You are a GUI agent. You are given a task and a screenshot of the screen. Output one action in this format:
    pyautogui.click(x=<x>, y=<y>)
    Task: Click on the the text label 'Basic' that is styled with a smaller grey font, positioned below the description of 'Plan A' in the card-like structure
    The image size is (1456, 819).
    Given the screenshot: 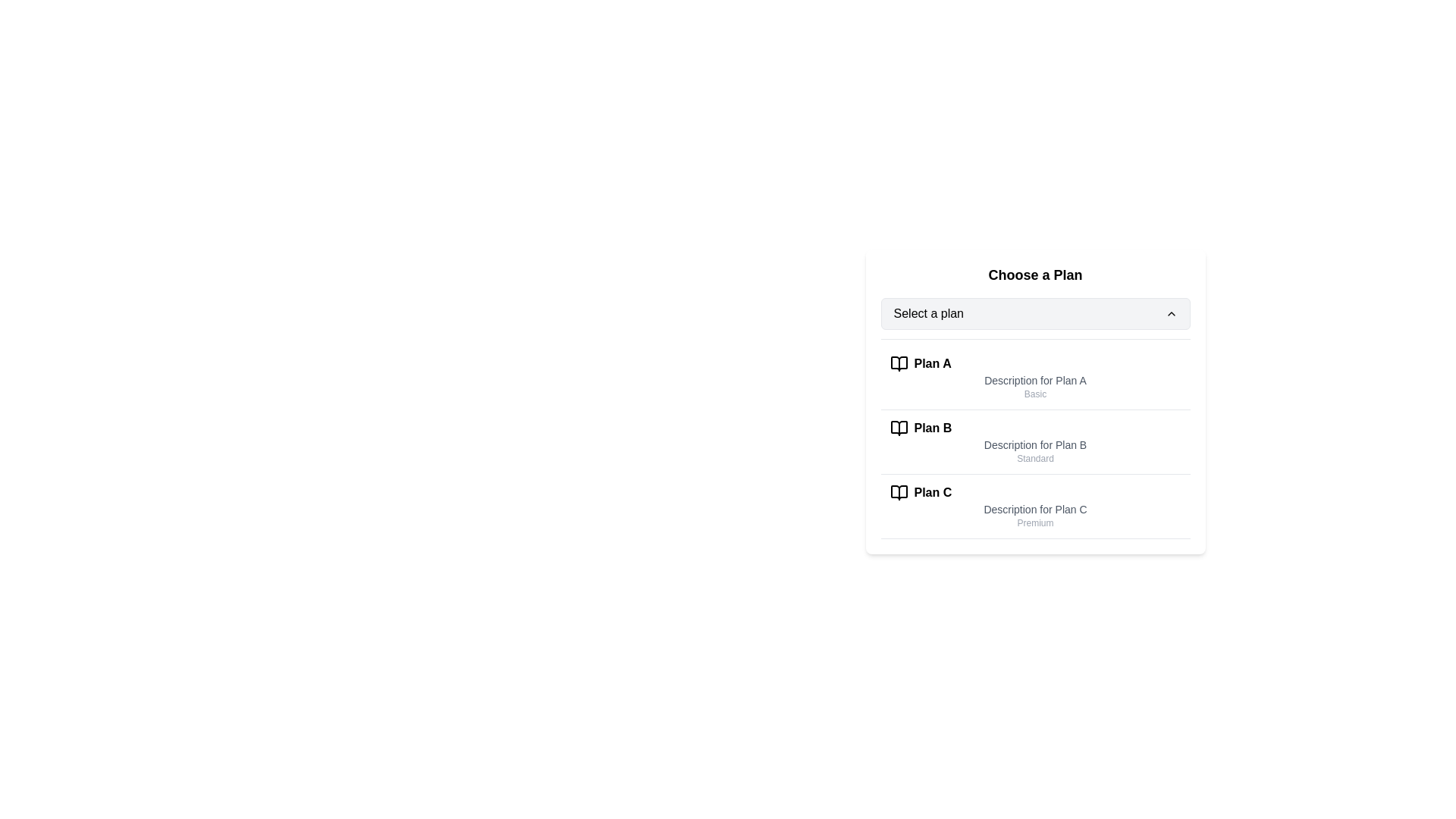 What is the action you would take?
    pyautogui.click(x=1034, y=394)
    